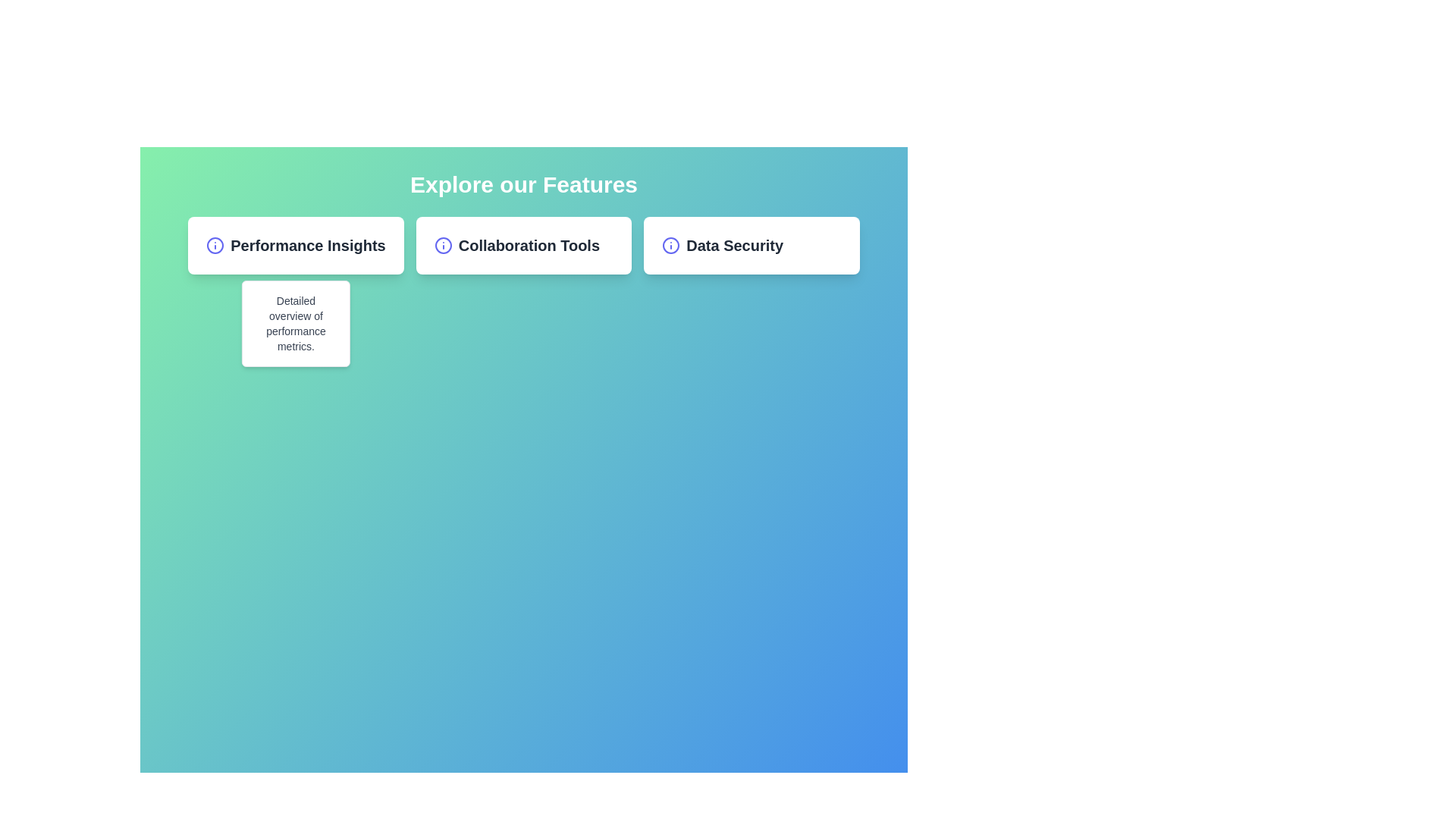 The image size is (1456, 819). I want to click on the circular blue icon with a bold border located to the left of the 'Collaboration Tools' text, so click(442, 245).